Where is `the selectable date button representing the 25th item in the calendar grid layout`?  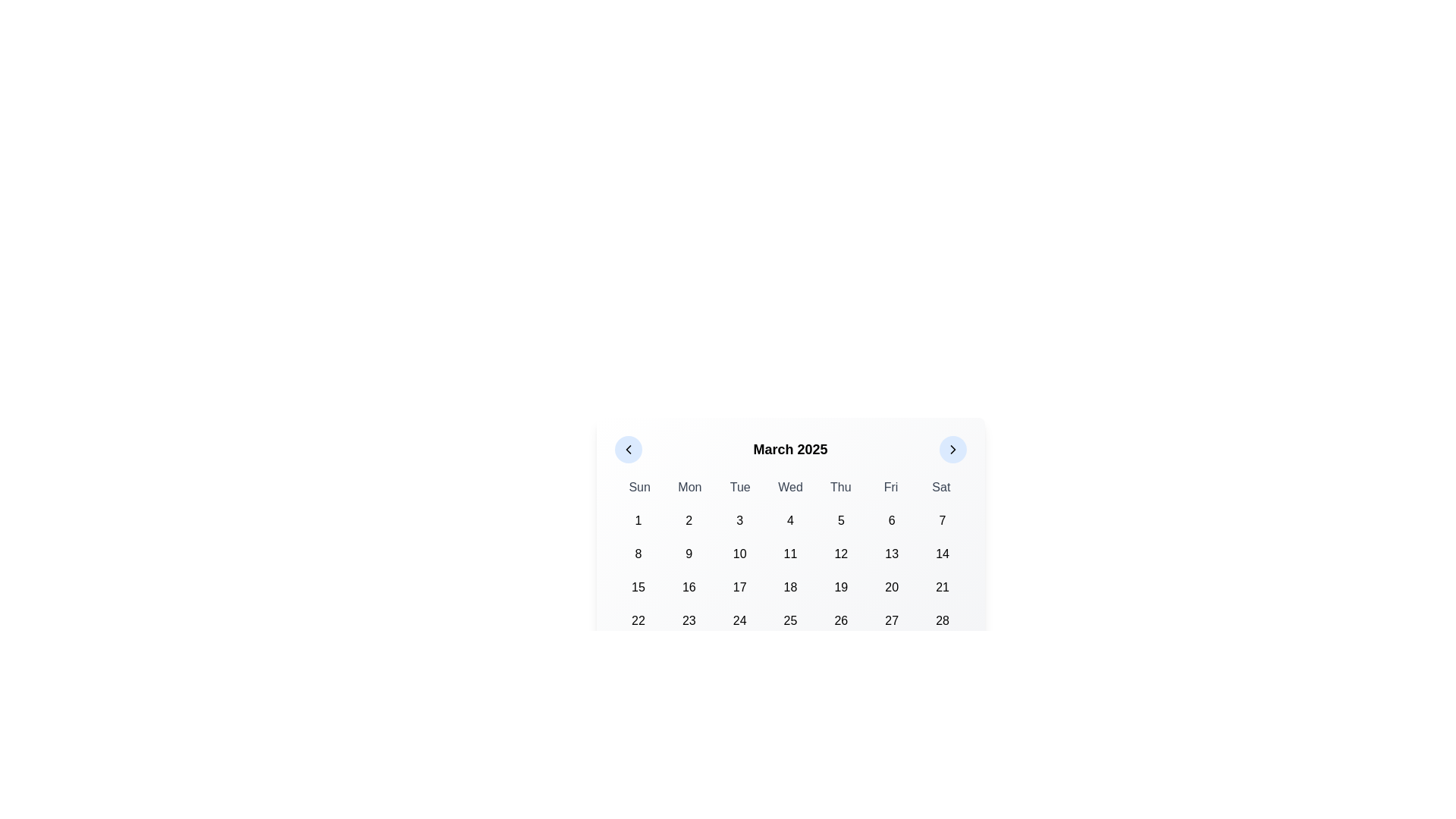
the selectable date button representing the 25th item in the calendar grid layout is located at coordinates (789, 620).